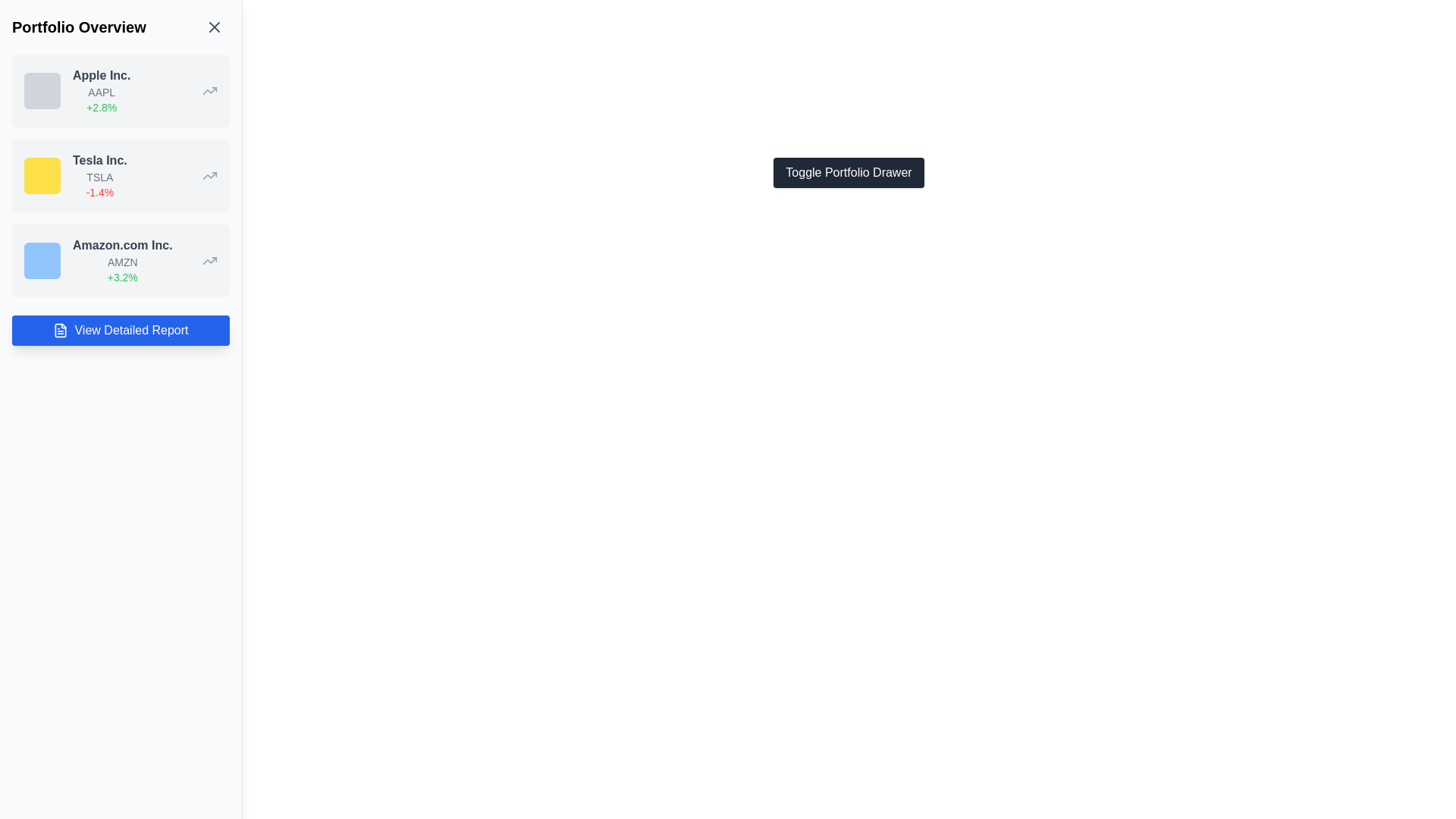 Image resolution: width=1456 pixels, height=819 pixels. Describe the element at coordinates (209, 174) in the screenshot. I see `the upward trend icon located in the top-right corner of the 'Tesla Inc.' card for more details` at that location.